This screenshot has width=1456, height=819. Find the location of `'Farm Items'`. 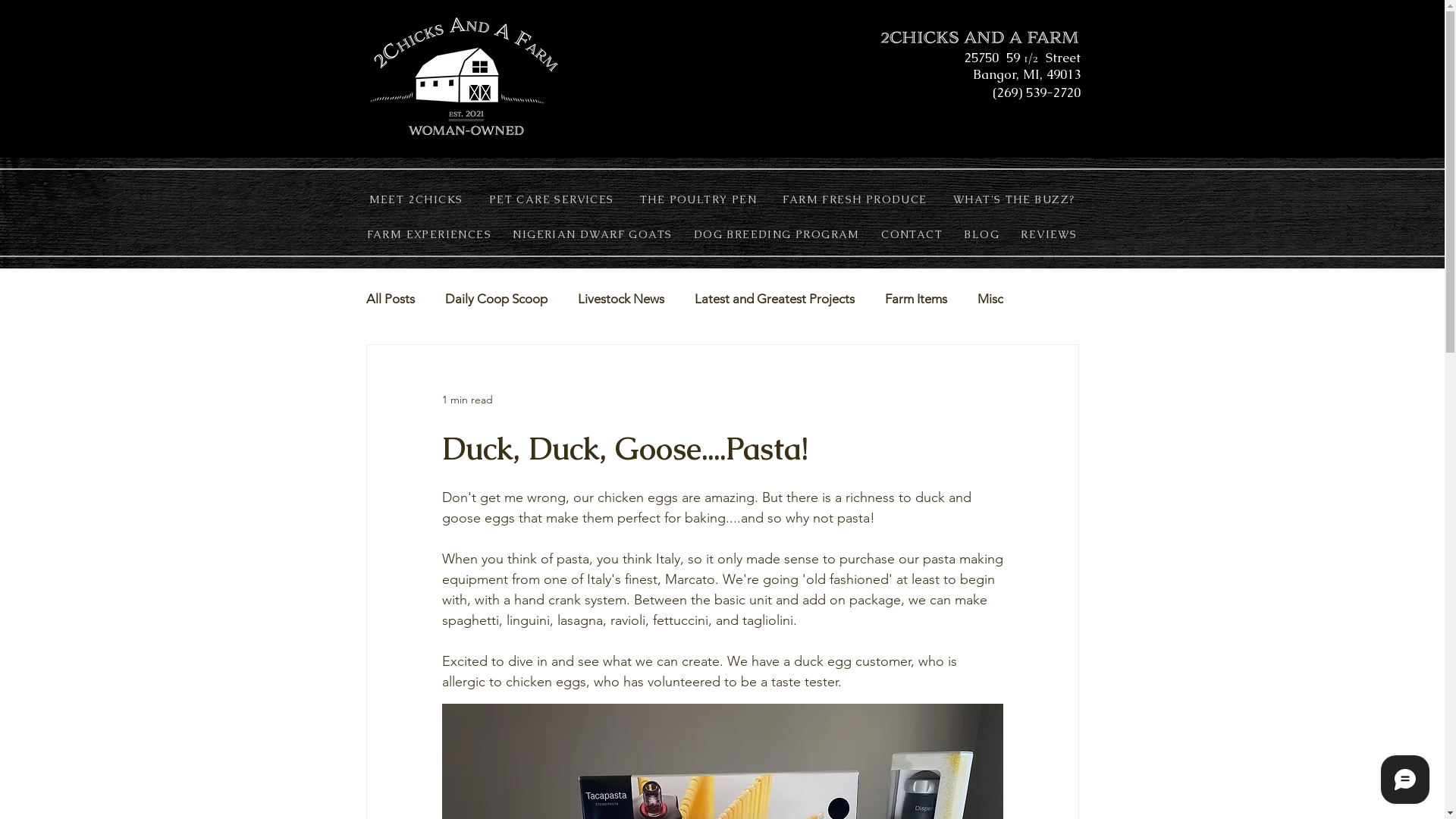

'Farm Items' is located at coordinates (914, 298).